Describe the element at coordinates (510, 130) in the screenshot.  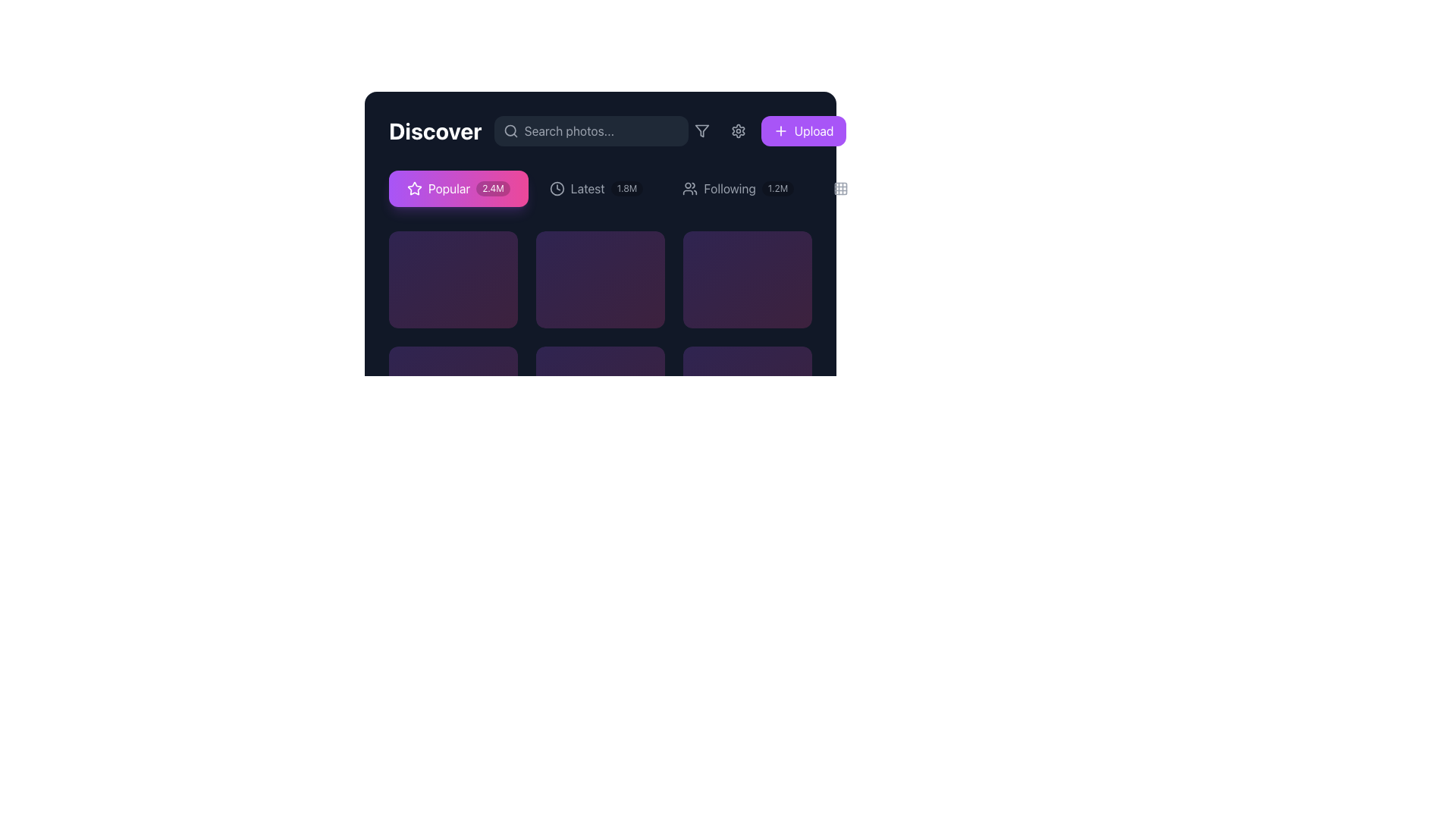
I see `the Search icon, which is a magnifying glass located to the left of the search input field in the top navigation section` at that location.